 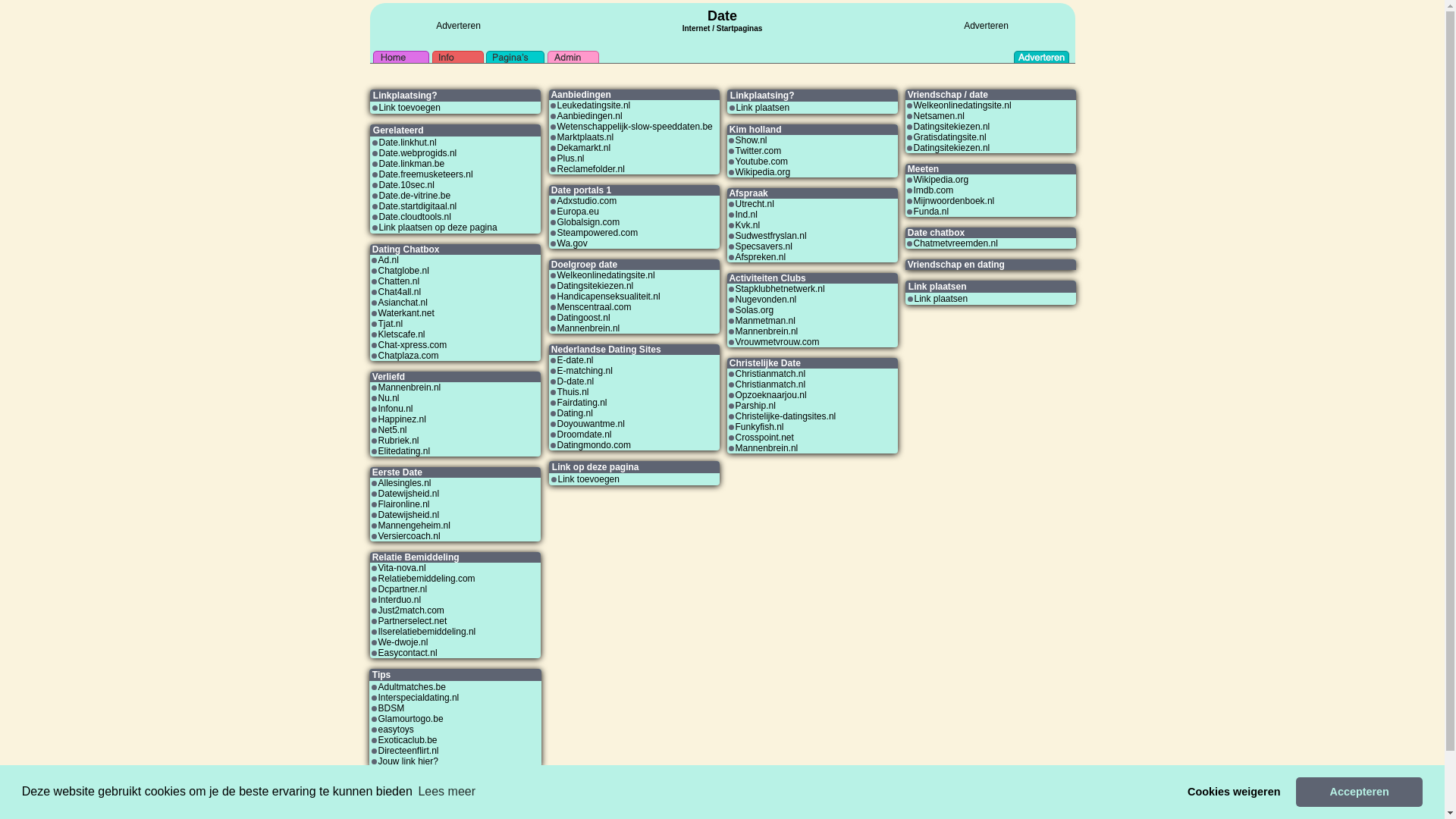 I want to click on 'Chat4all.nl', so click(x=399, y=292).